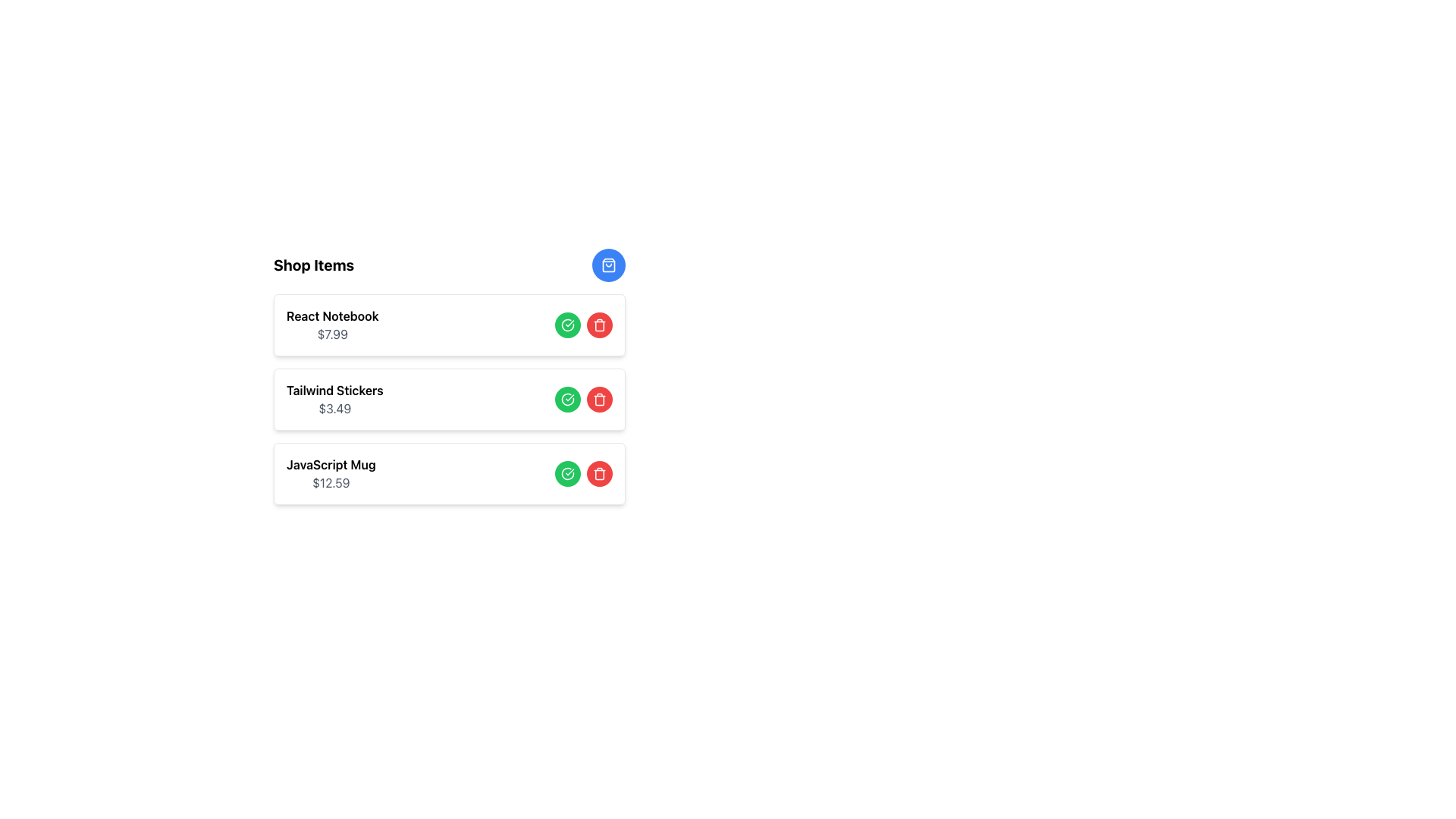 Image resolution: width=1456 pixels, height=819 pixels. What do you see at coordinates (334, 399) in the screenshot?
I see `the static text display showing 'Tailwind Stickers' and its price '$3.49', which is the second product entry in the list, located slightly below the midpoint on the left side of the interface` at bounding box center [334, 399].